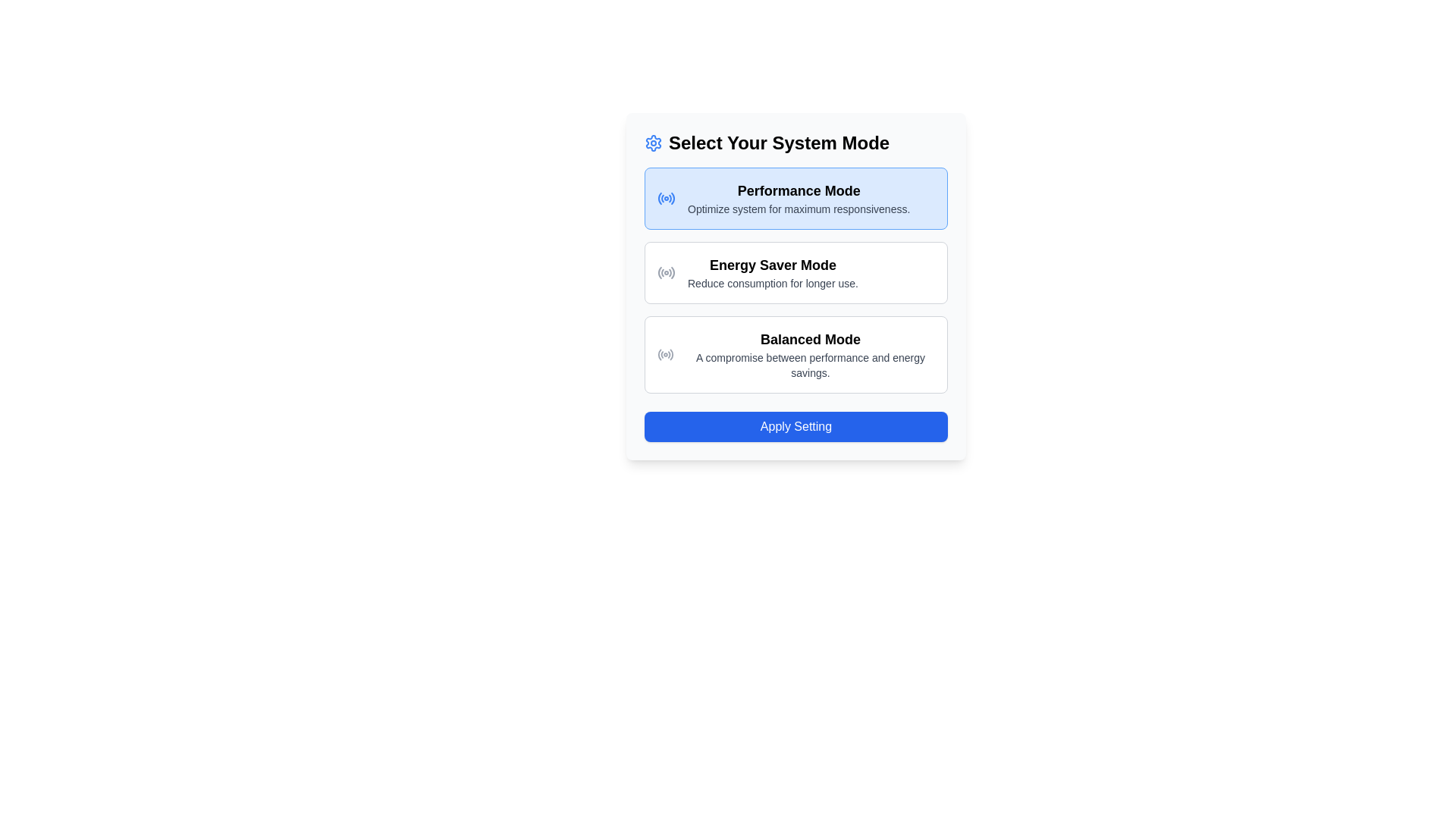 The image size is (1456, 819). What do you see at coordinates (654, 143) in the screenshot?
I see `the graphical icon representing a gear or settings symbol, located in the top-left corner of the settings selection interface, adjacent to the 'Select Your System Mode' title` at bounding box center [654, 143].